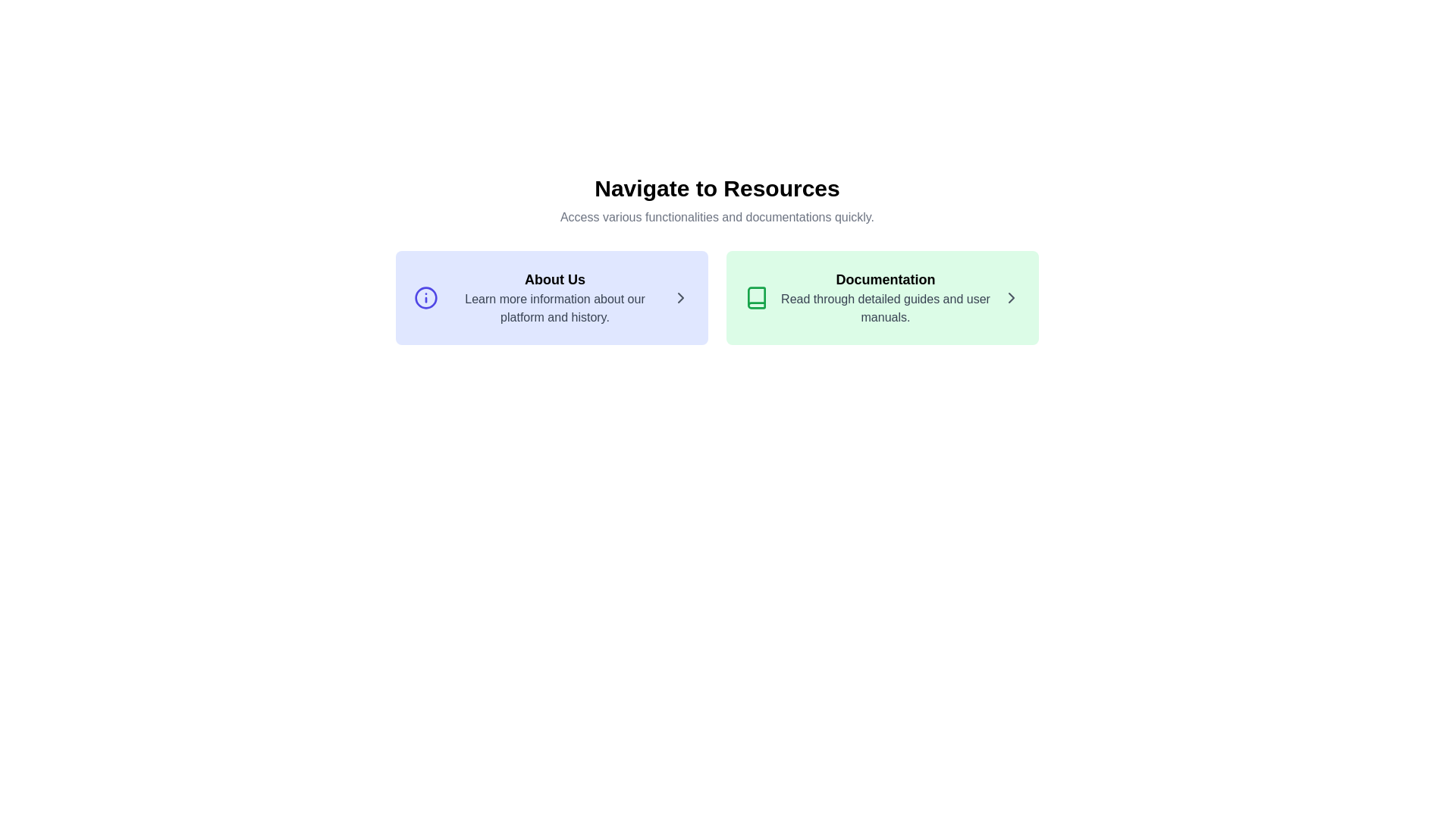 Image resolution: width=1456 pixels, height=819 pixels. Describe the element at coordinates (554, 298) in the screenshot. I see `the non-interactive text display block that provides information about the platform's background and history, located in the first card of a two-card layout, below the main heading and subtext` at that location.